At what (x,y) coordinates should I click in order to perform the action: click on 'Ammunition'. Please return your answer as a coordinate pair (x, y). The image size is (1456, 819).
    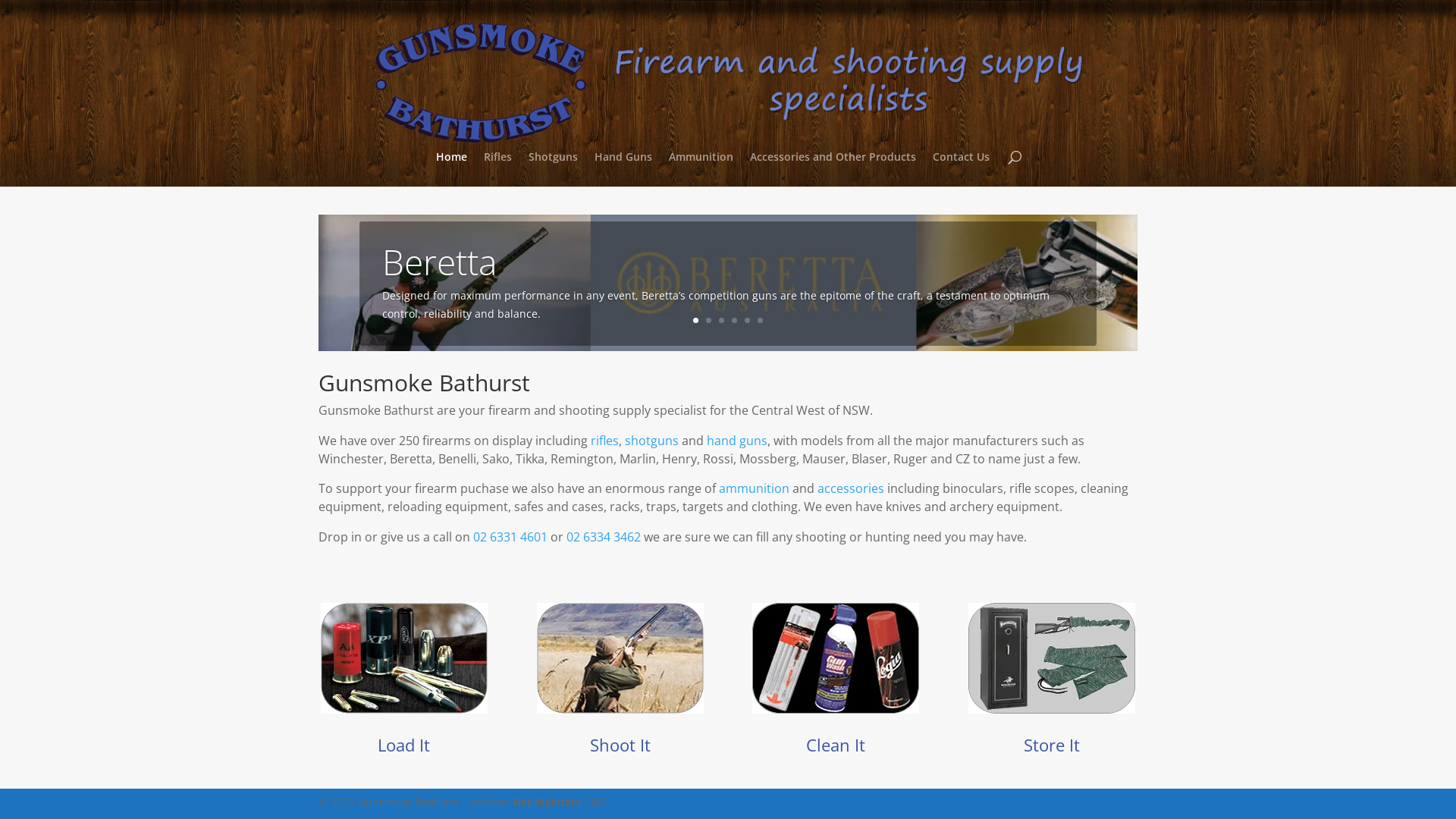
    Looking at the image, I should click on (700, 169).